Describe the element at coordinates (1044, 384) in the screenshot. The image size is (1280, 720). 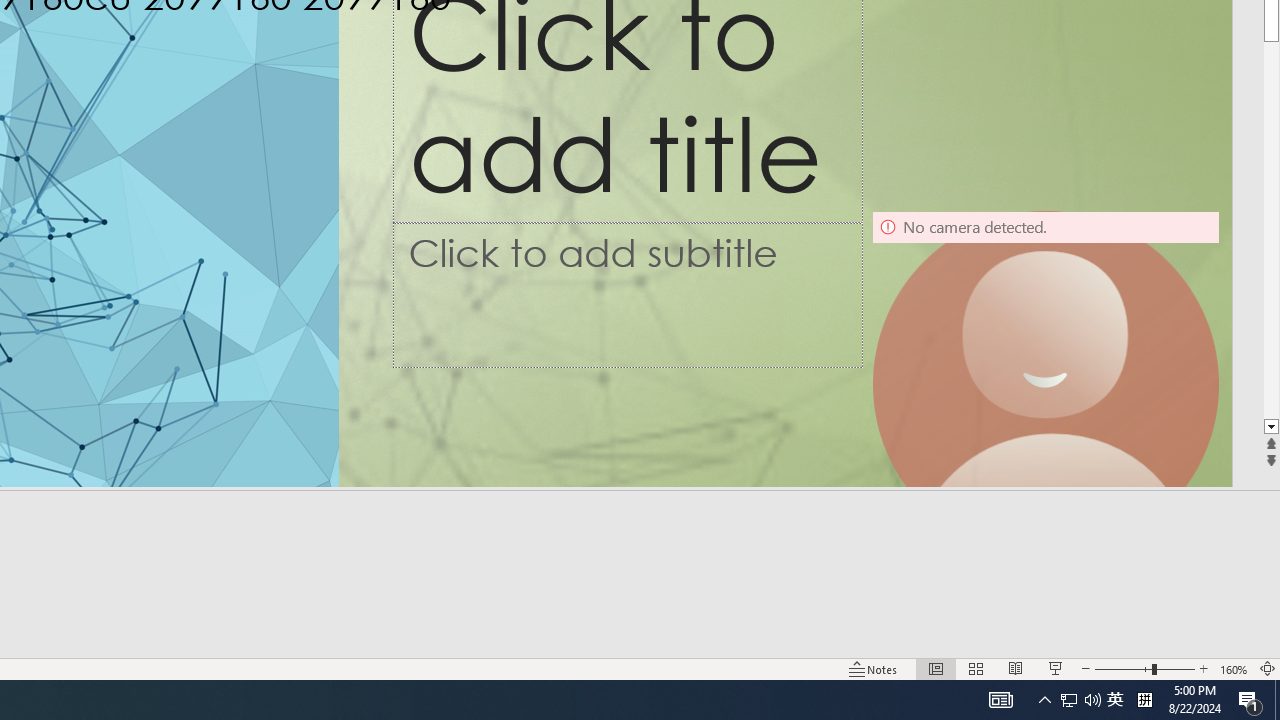
I see `'Camera 9, No camera detected.'` at that location.